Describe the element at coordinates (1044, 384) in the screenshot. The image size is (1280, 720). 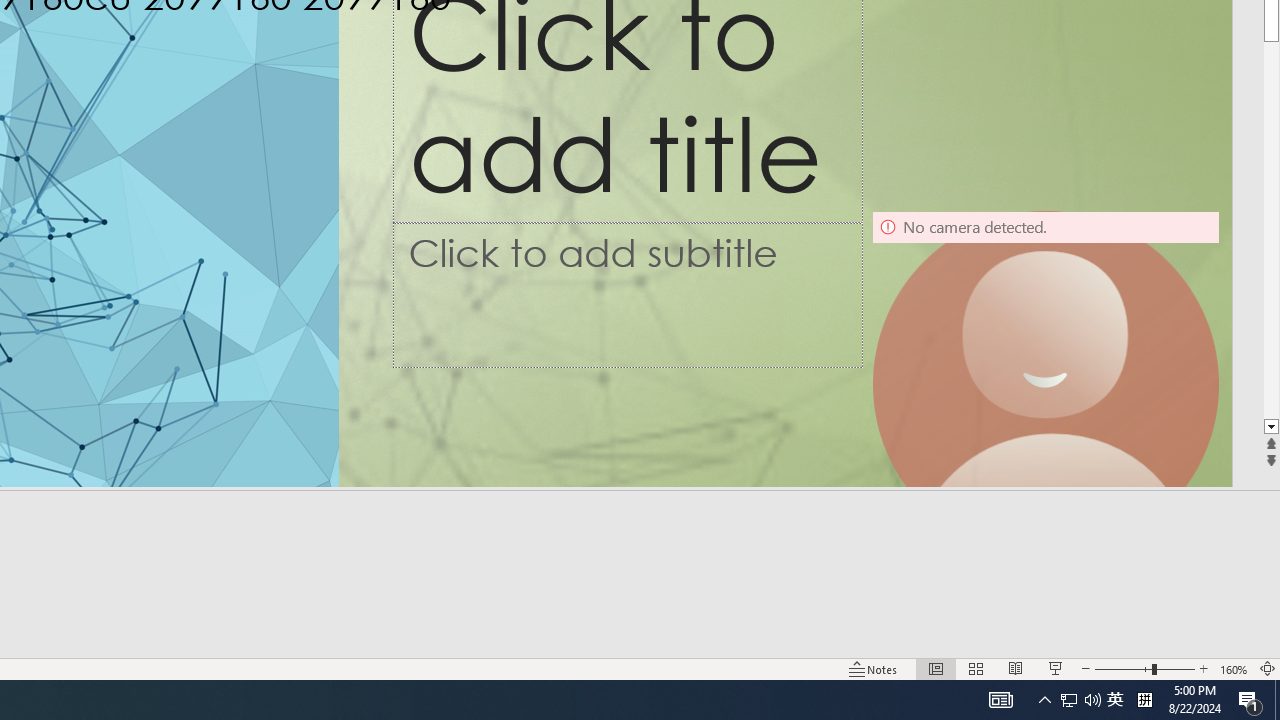
I see `'Camera 9, No camera detected.'` at that location.